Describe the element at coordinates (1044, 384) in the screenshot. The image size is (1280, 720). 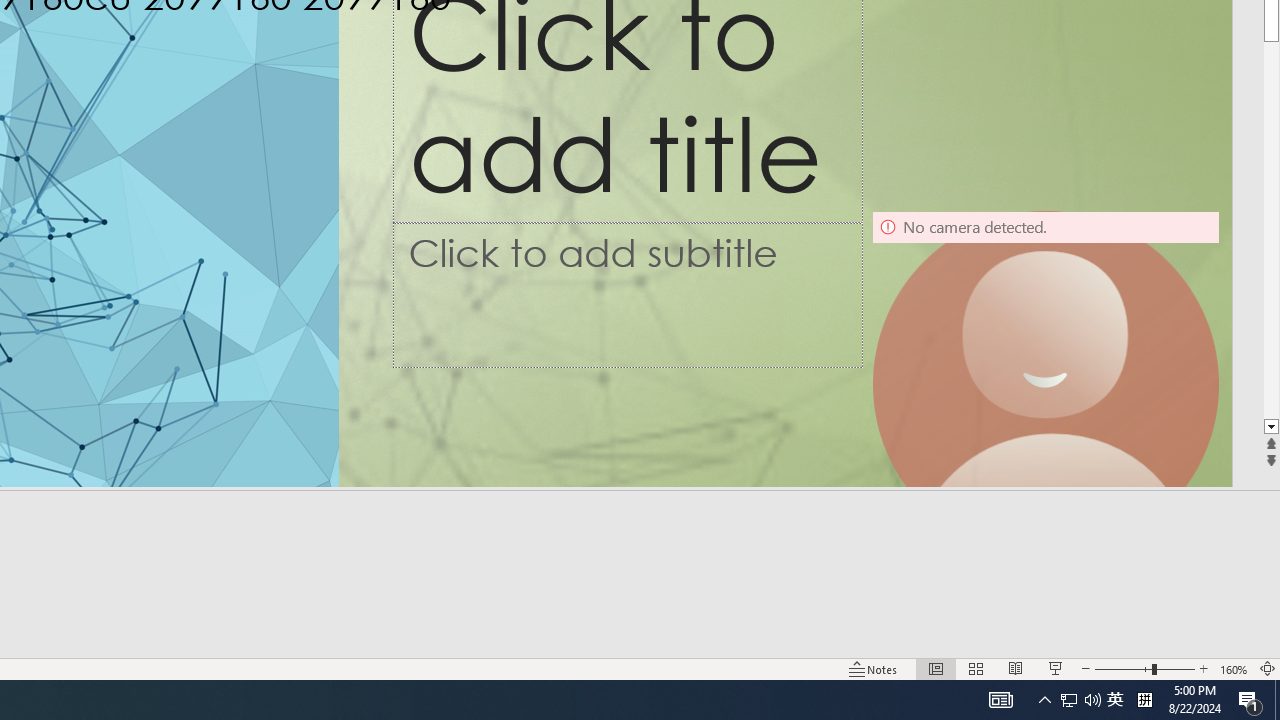
I see `'Camera 9, No camera detected.'` at that location.